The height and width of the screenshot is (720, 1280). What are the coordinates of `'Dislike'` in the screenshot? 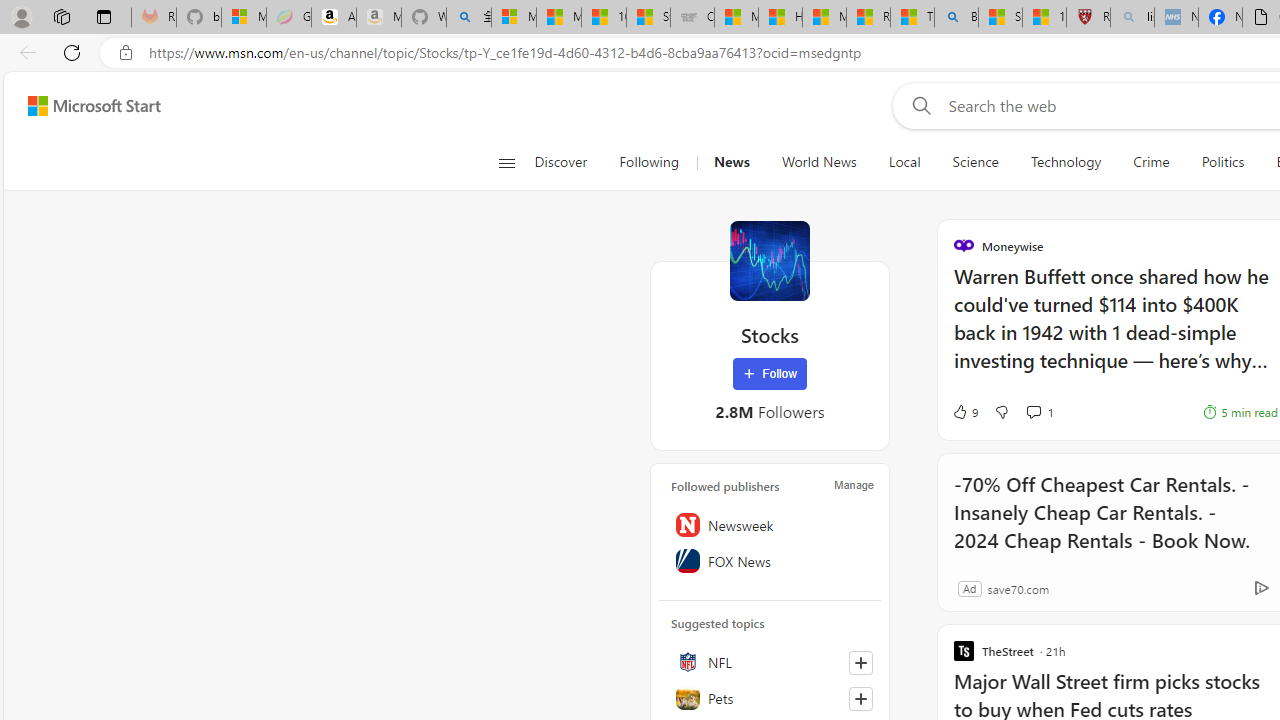 It's located at (1001, 411).